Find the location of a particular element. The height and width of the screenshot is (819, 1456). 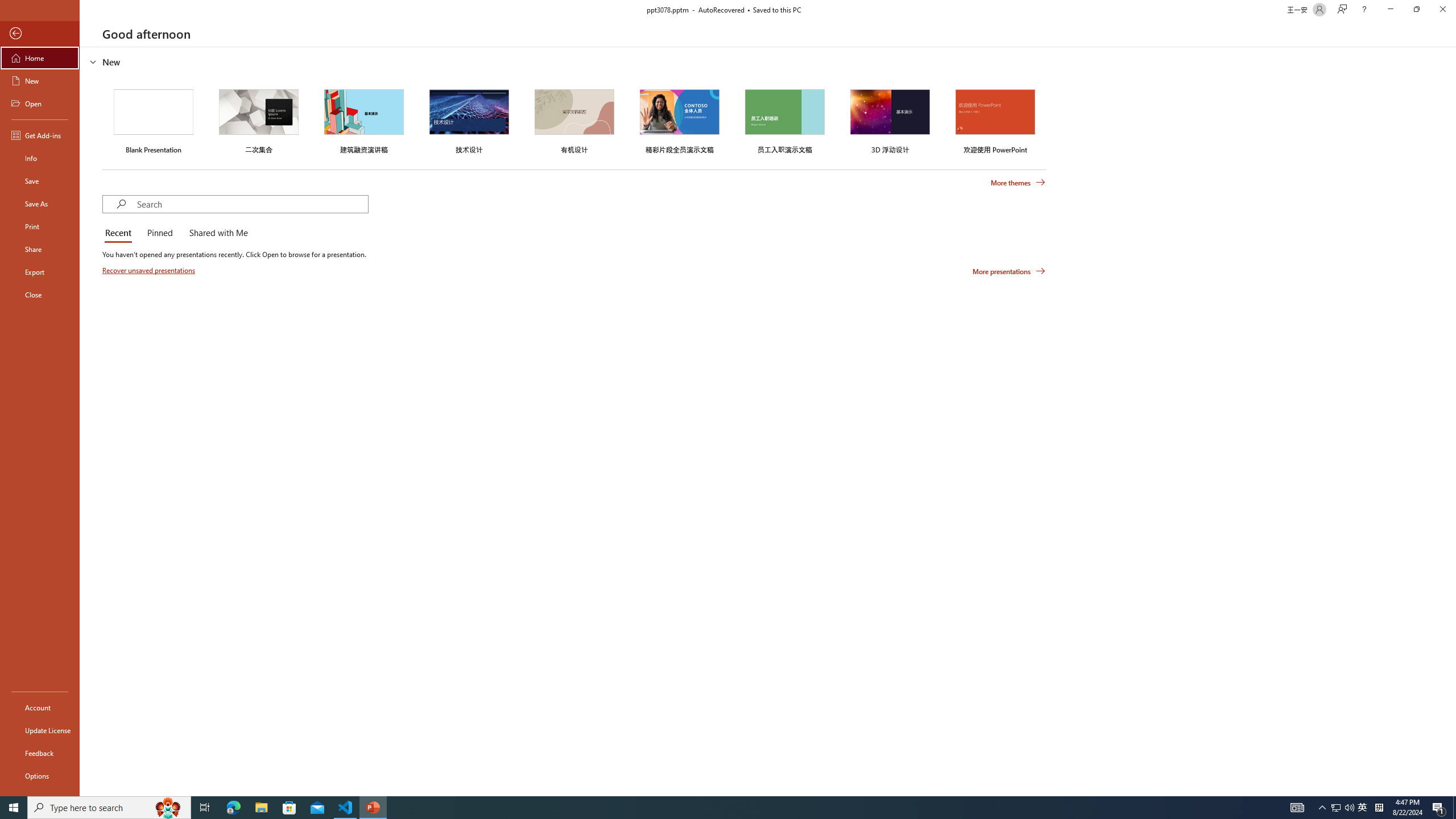

'More presentations' is located at coordinates (1008, 270).